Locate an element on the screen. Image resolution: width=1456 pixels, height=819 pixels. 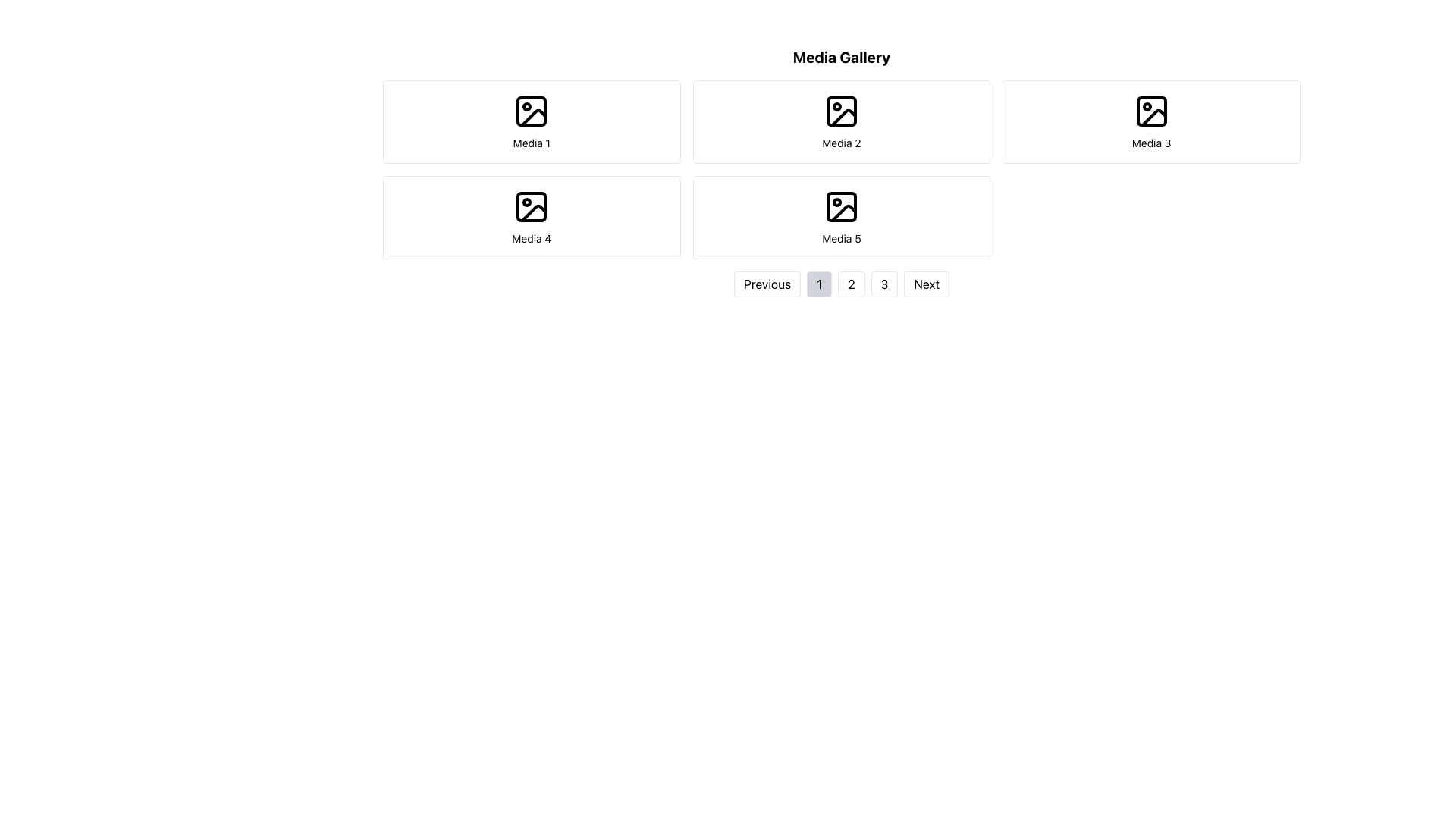
the small rectangular graphical placeholder within the image icon in the Media 5 section, which is located on the bottom row of the media tiles in the gallery view is located at coordinates (840, 207).